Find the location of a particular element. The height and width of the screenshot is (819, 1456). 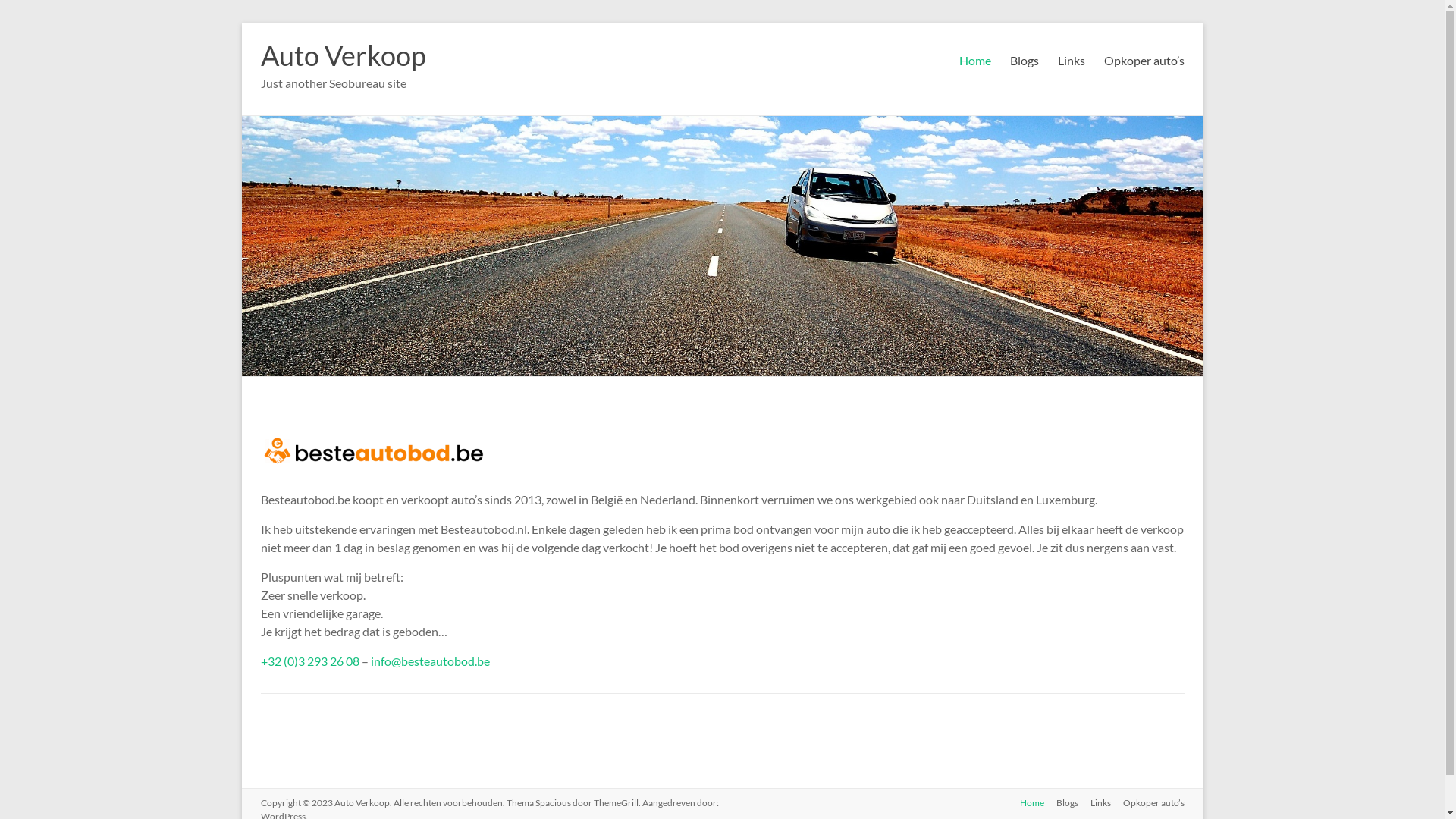

'Spacious' is located at coordinates (552, 802).